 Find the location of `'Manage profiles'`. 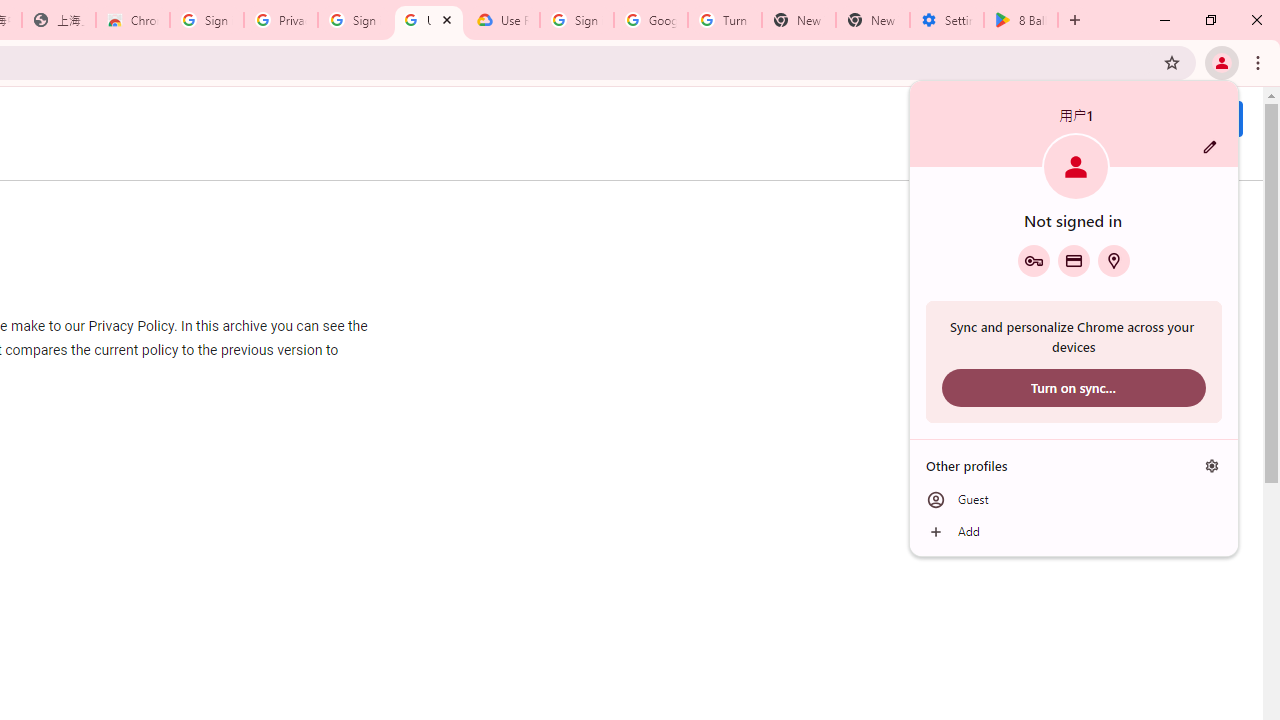

'Manage profiles' is located at coordinates (1211, 465).